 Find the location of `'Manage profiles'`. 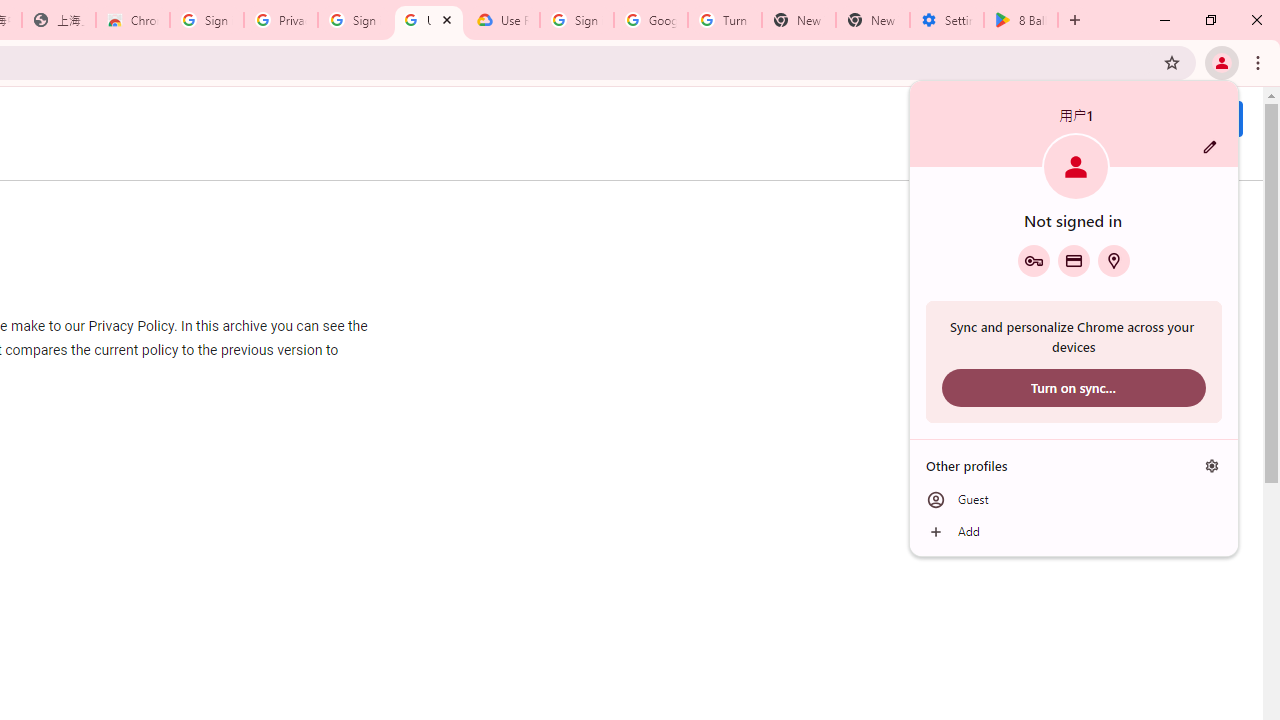

'Manage profiles' is located at coordinates (1211, 465).